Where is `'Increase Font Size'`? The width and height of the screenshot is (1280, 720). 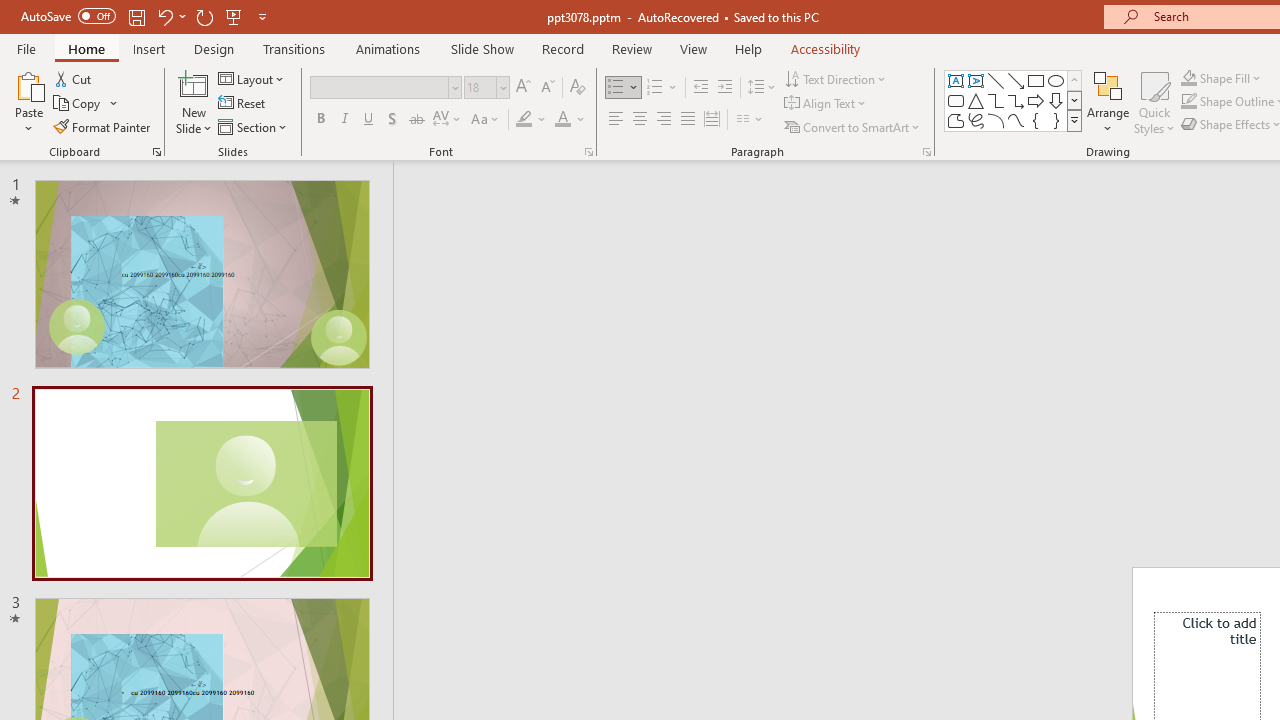
'Increase Font Size' is located at coordinates (522, 86).